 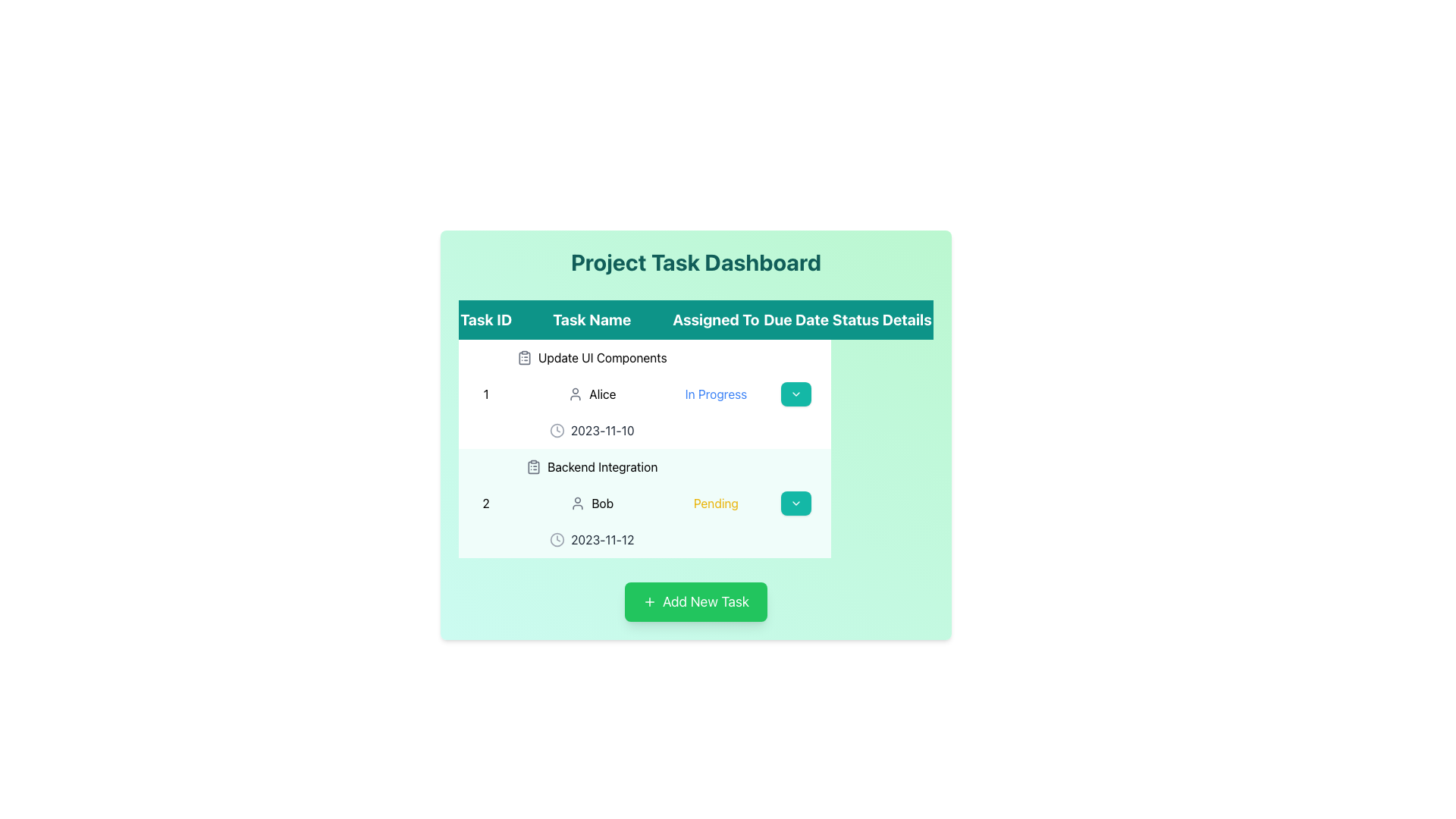 I want to click on the user profile icon located in the second row of the task table under the 'Assigned To' column, which is directly left of the text 'Bob', so click(x=577, y=503).